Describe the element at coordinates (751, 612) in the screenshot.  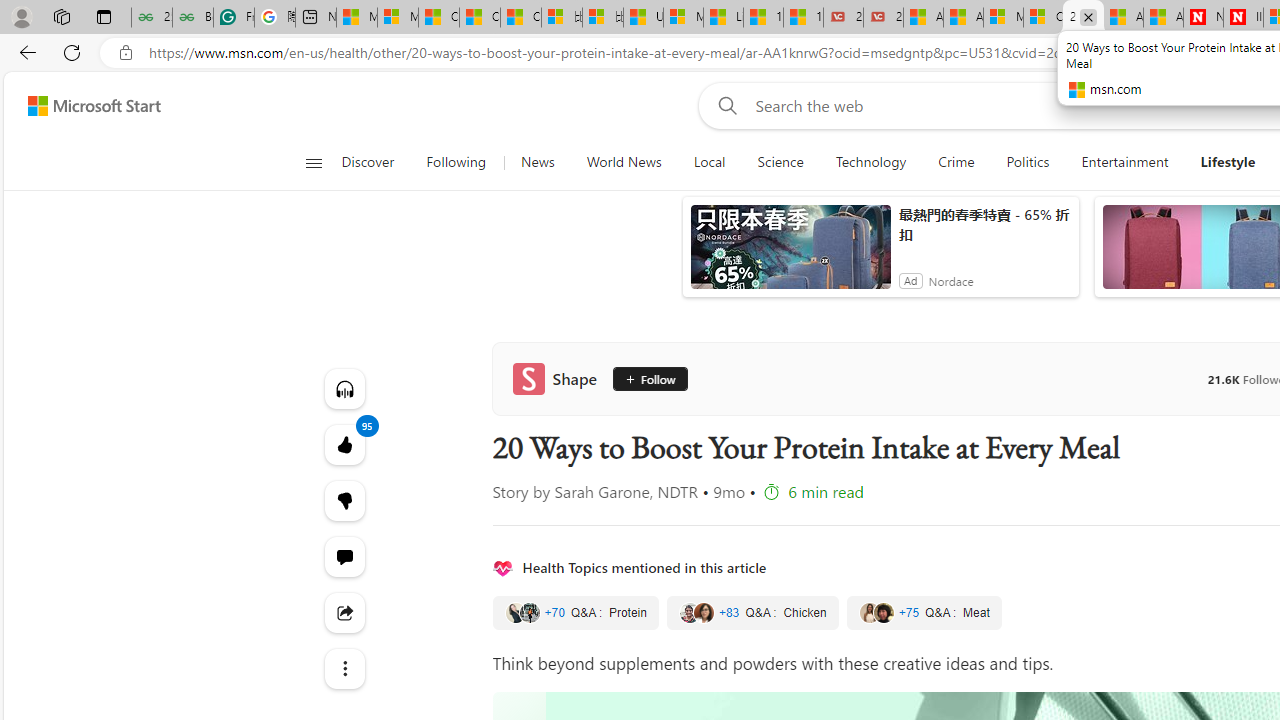
I see `'Chicken'` at that location.